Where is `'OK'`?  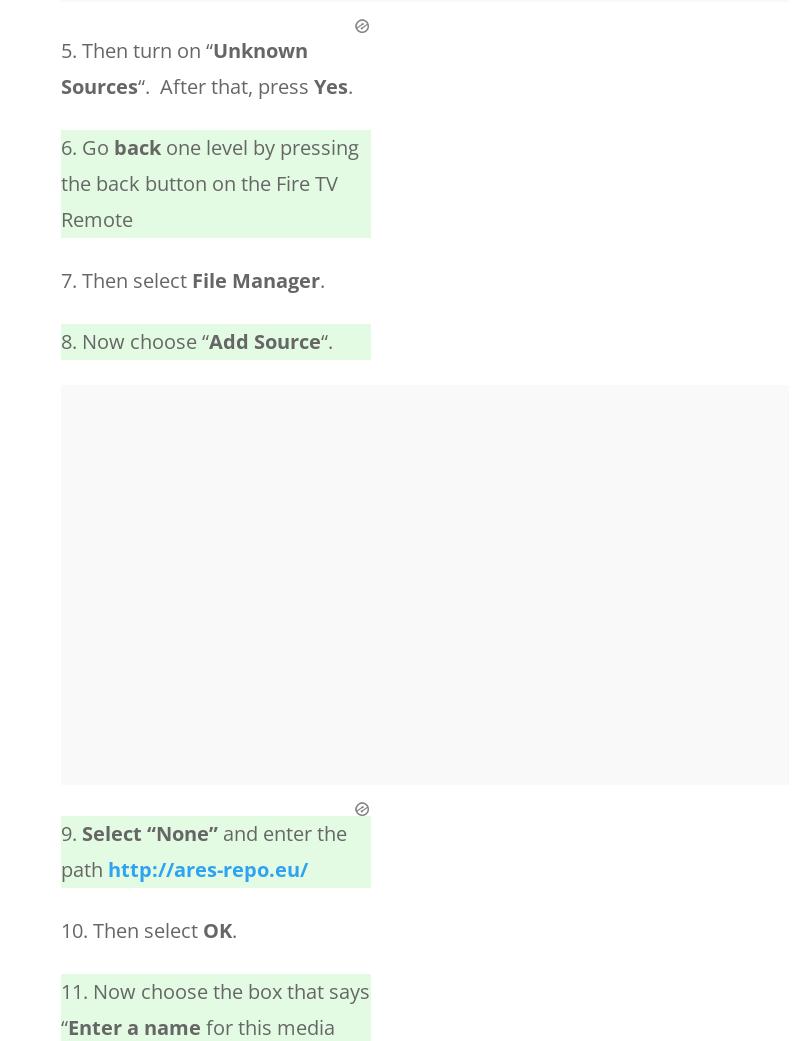
'OK' is located at coordinates (216, 929).